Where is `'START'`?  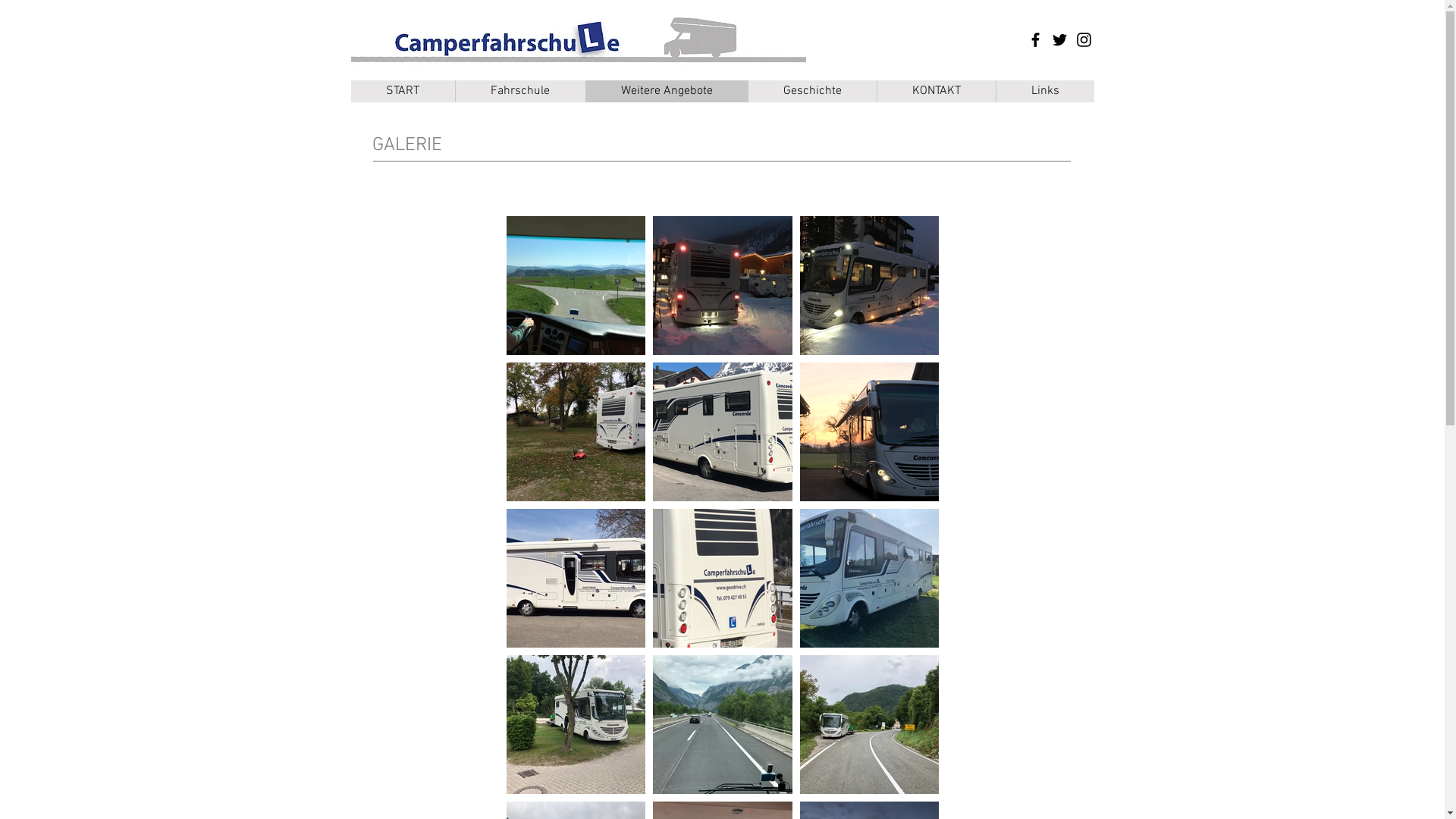 'START' is located at coordinates (402, 91).